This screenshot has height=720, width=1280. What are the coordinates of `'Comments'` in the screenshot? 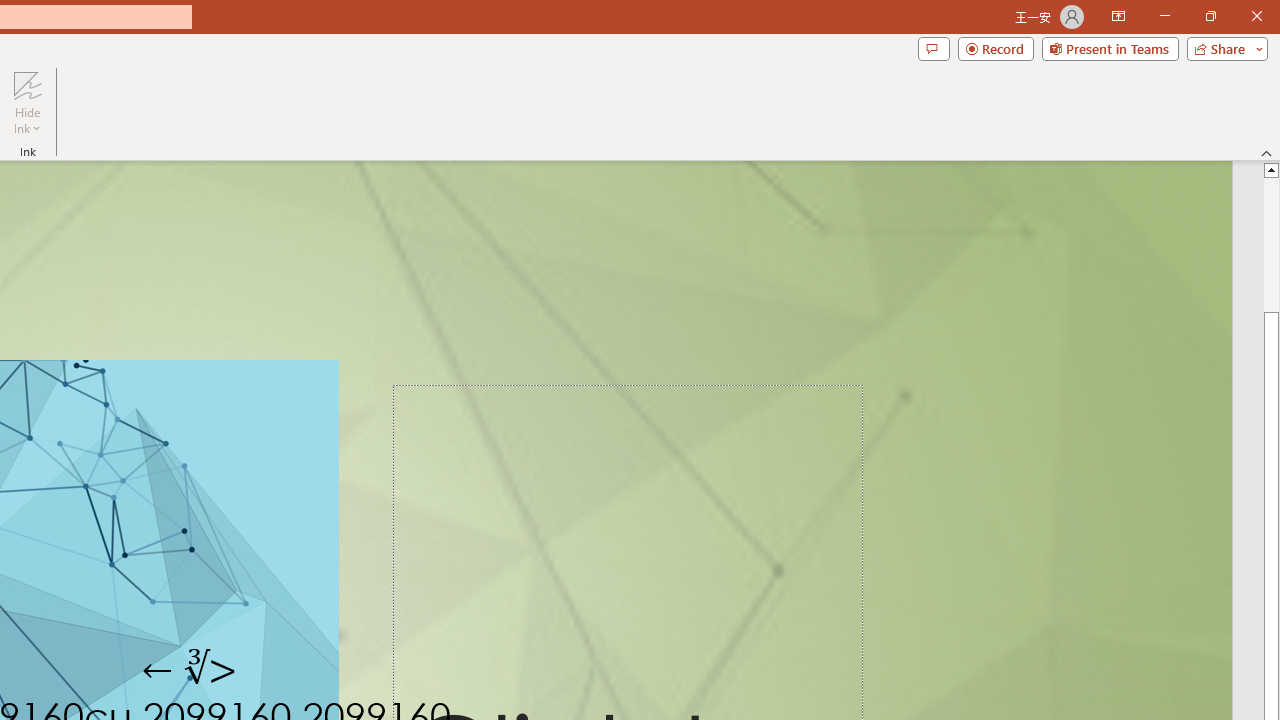 It's located at (932, 47).